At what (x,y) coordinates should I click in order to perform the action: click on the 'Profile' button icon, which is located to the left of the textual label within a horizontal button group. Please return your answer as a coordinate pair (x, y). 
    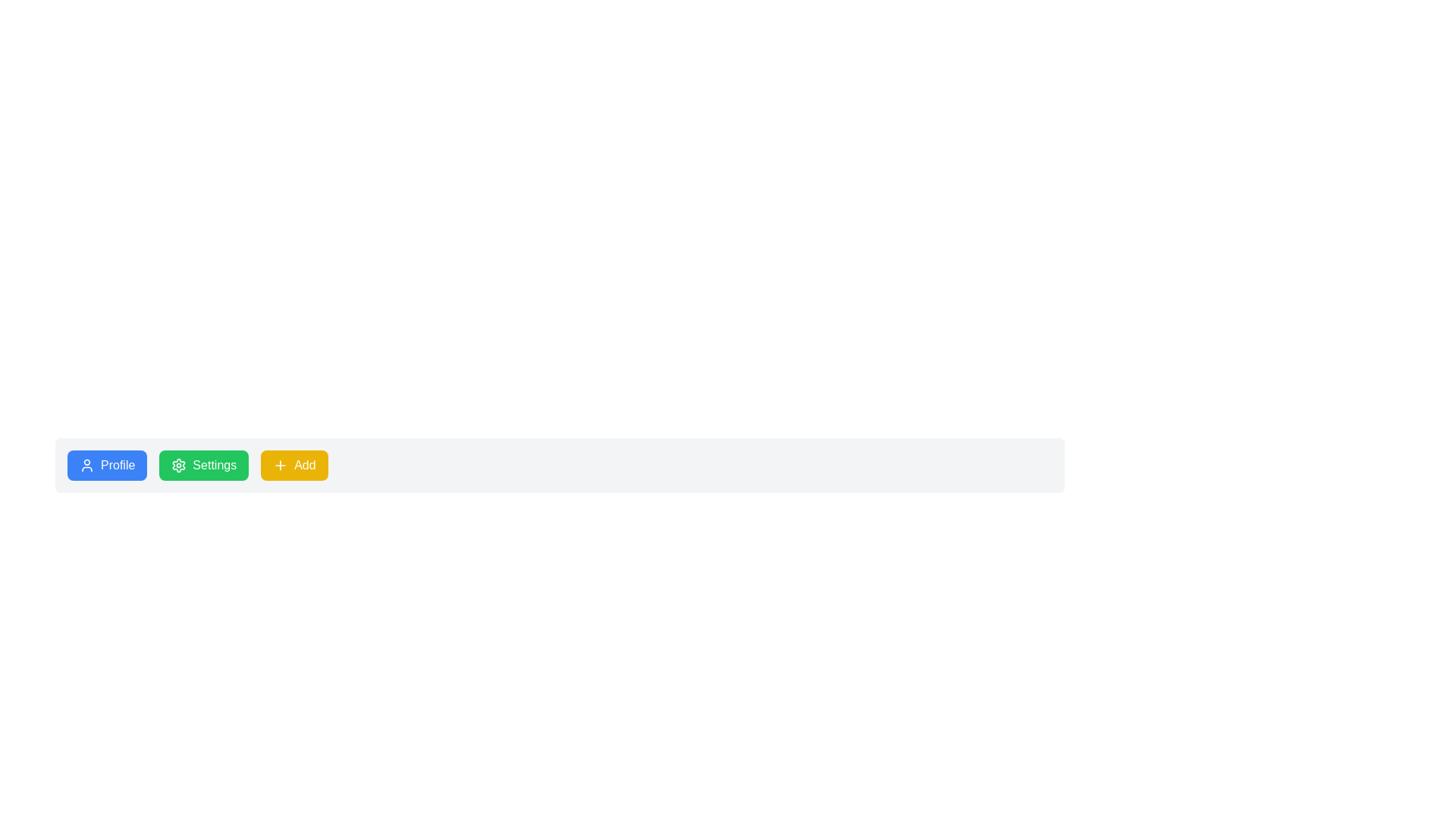
    Looking at the image, I should click on (86, 464).